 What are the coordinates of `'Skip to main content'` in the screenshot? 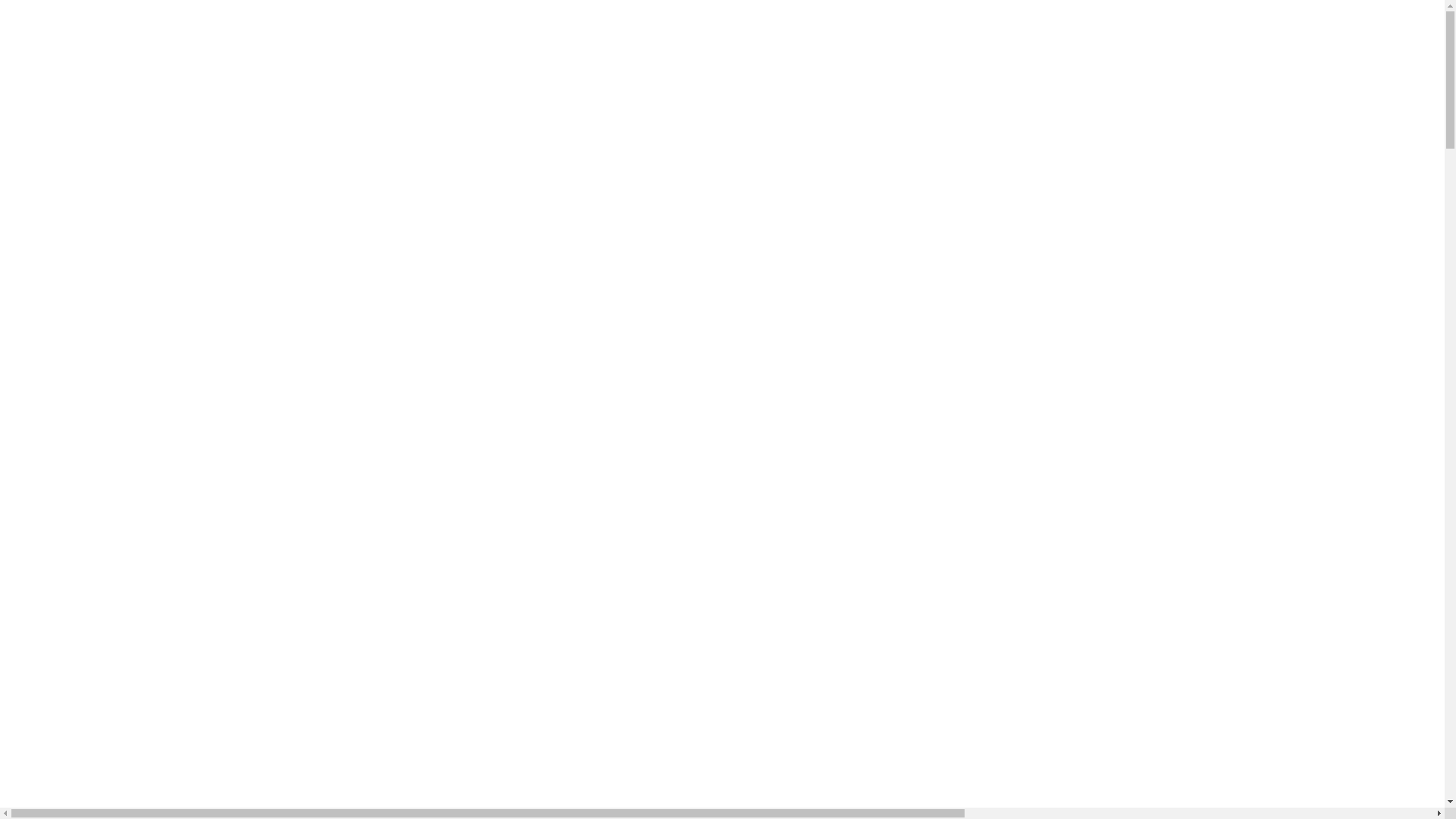 It's located at (5, 11).